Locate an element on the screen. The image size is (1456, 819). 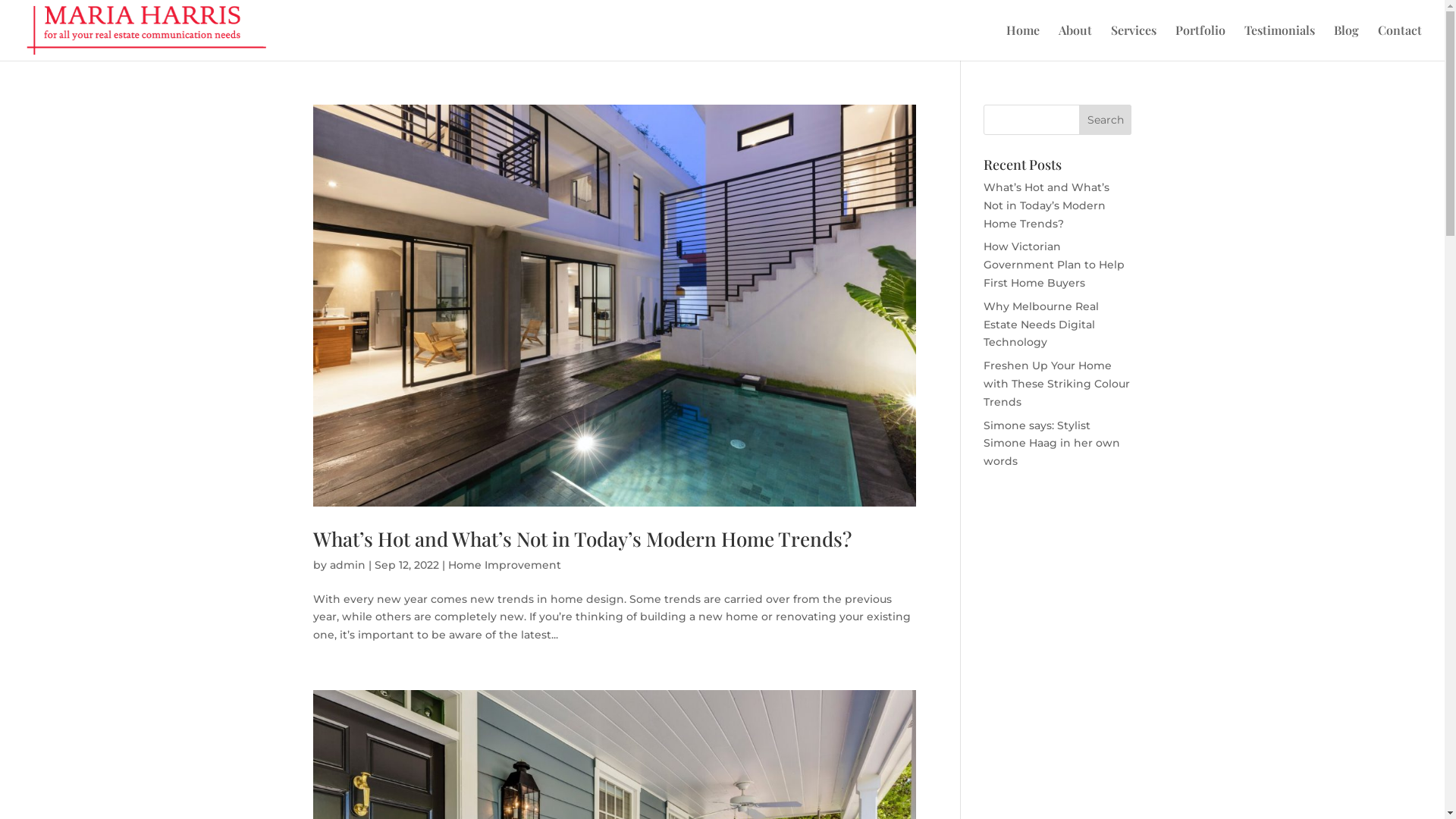
'About' is located at coordinates (1058, 42).